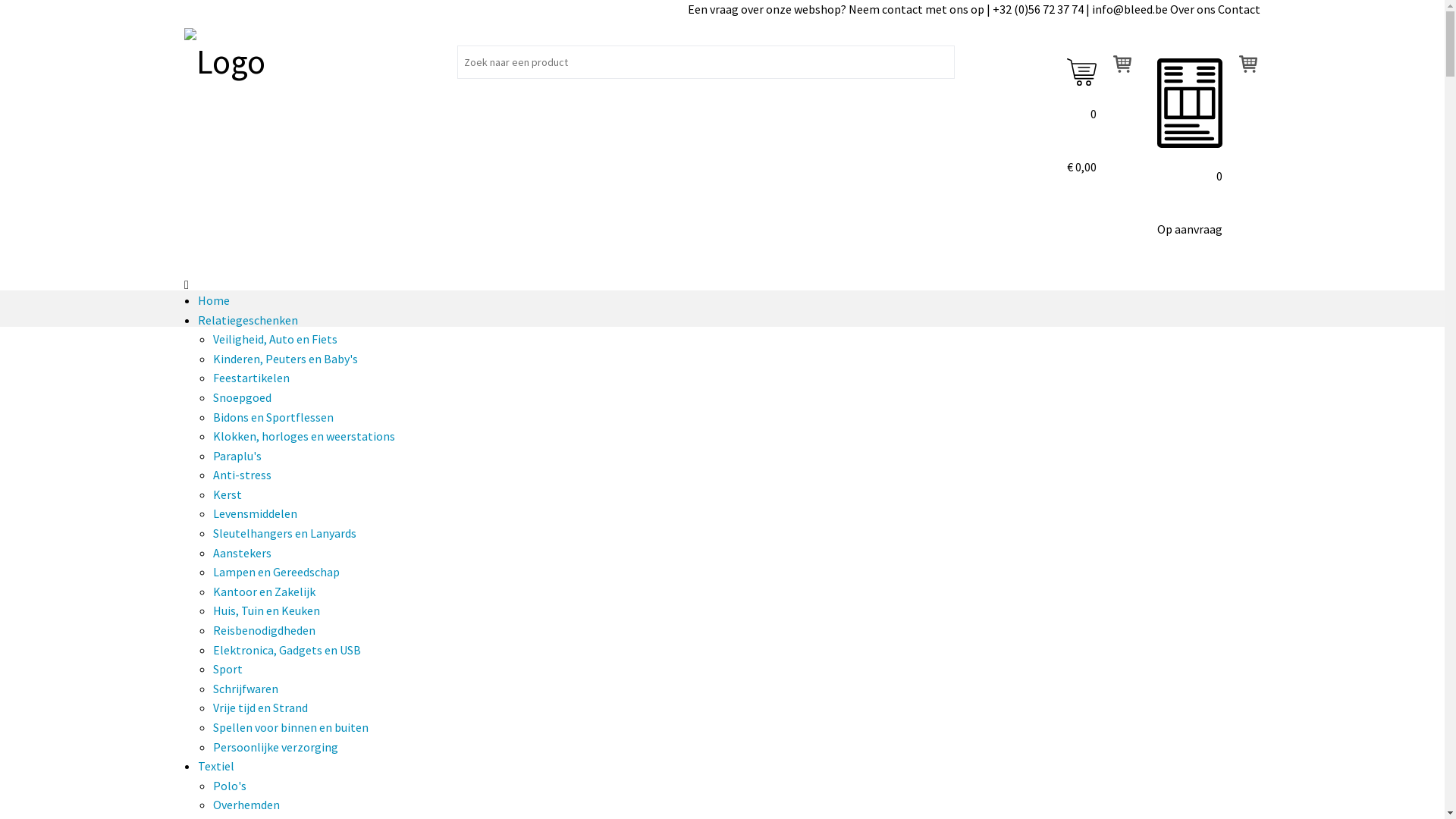 The width and height of the screenshot is (1456, 819). Describe the element at coordinates (213, 300) in the screenshot. I see `'Home'` at that location.